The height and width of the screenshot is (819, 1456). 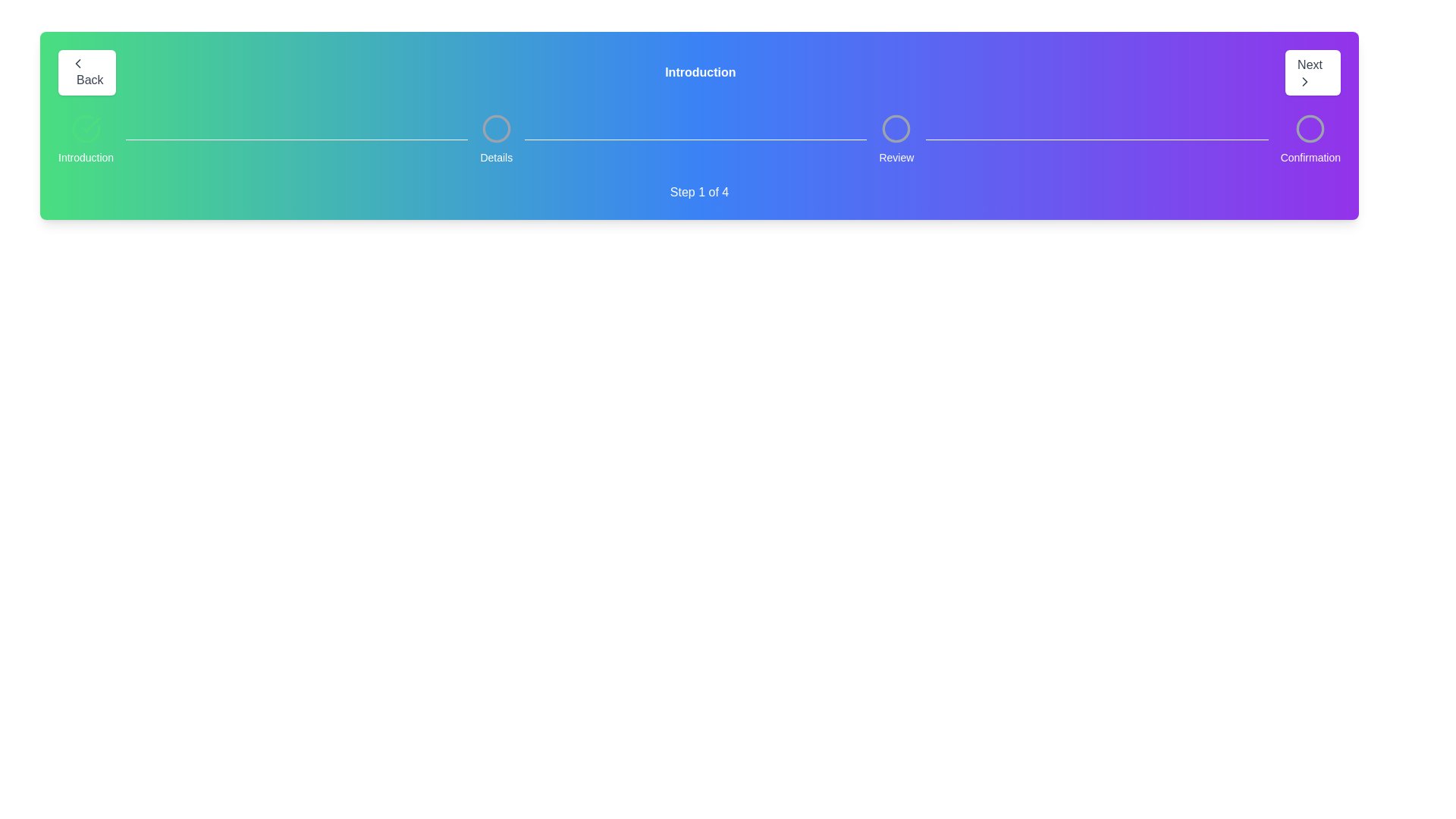 I want to click on the right-facing chevron icon inside the 'Next' button, so click(x=1304, y=82).